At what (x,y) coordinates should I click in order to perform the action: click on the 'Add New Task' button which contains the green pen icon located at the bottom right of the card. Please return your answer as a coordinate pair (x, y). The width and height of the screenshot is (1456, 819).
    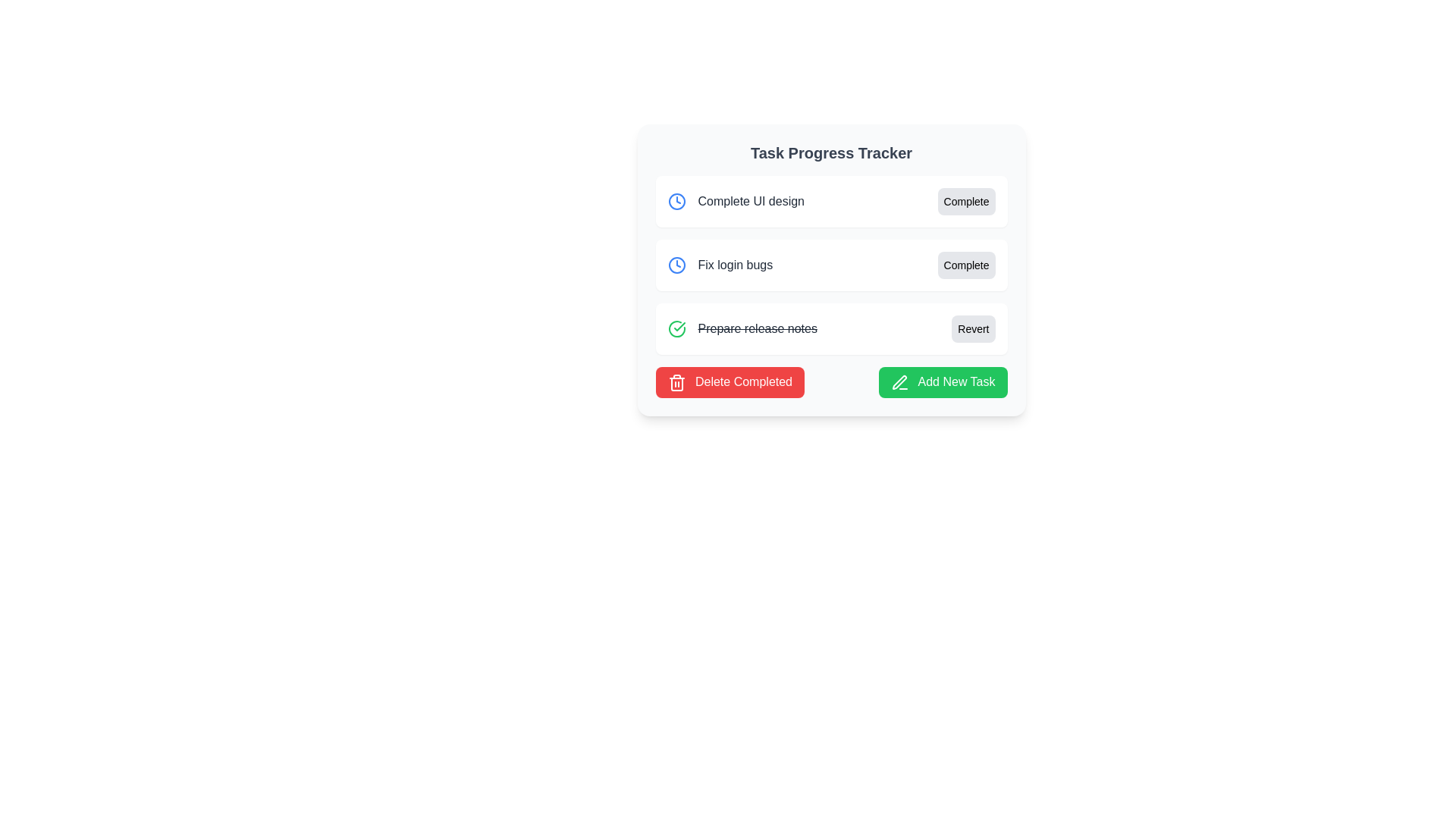
    Looking at the image, I should click on (899, 381).